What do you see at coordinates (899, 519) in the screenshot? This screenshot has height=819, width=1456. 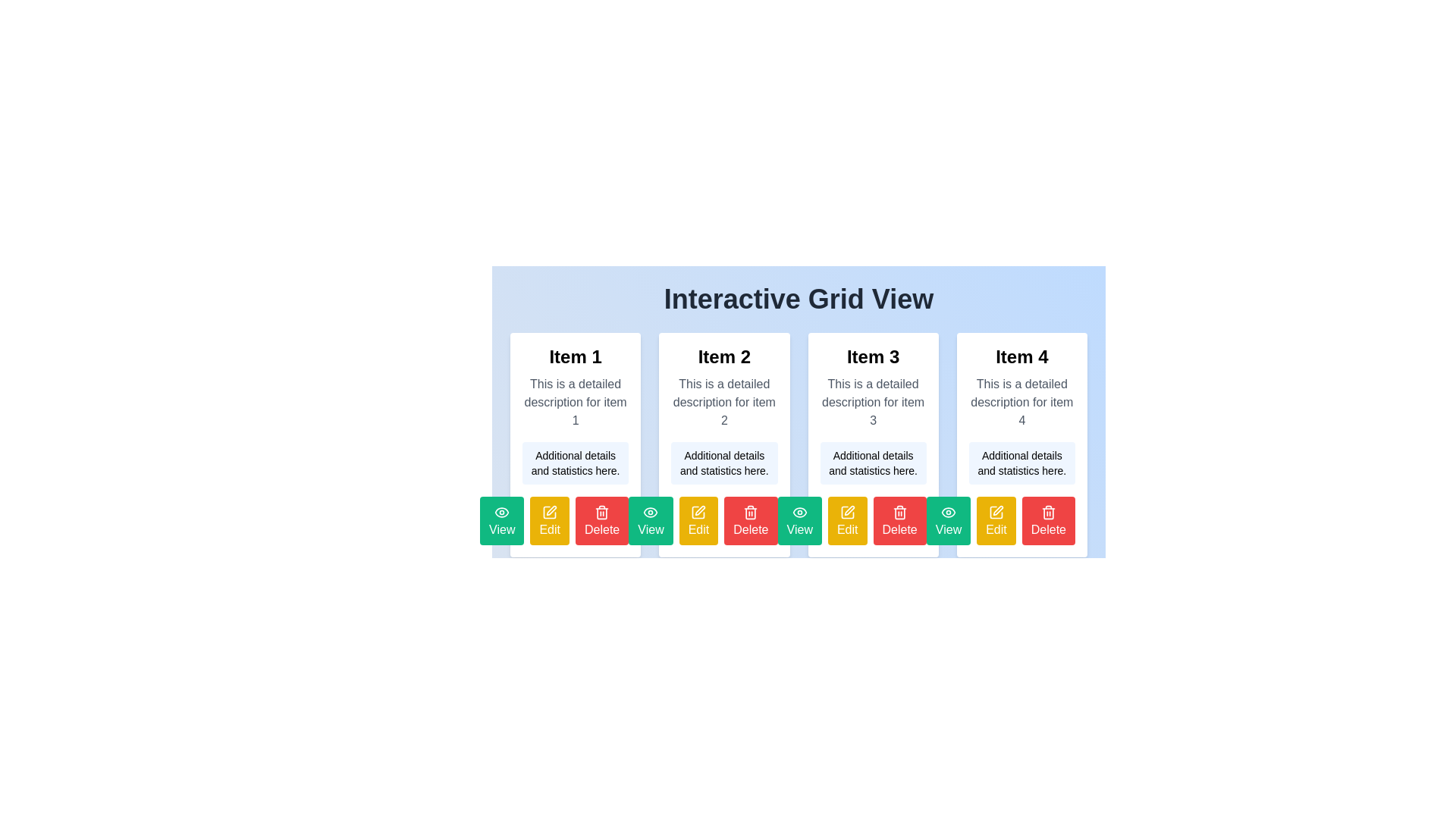 I see `the delete button located as the third option in the button group below the 'Item 3' column in the grid layout` at bounding box center [899, 519].